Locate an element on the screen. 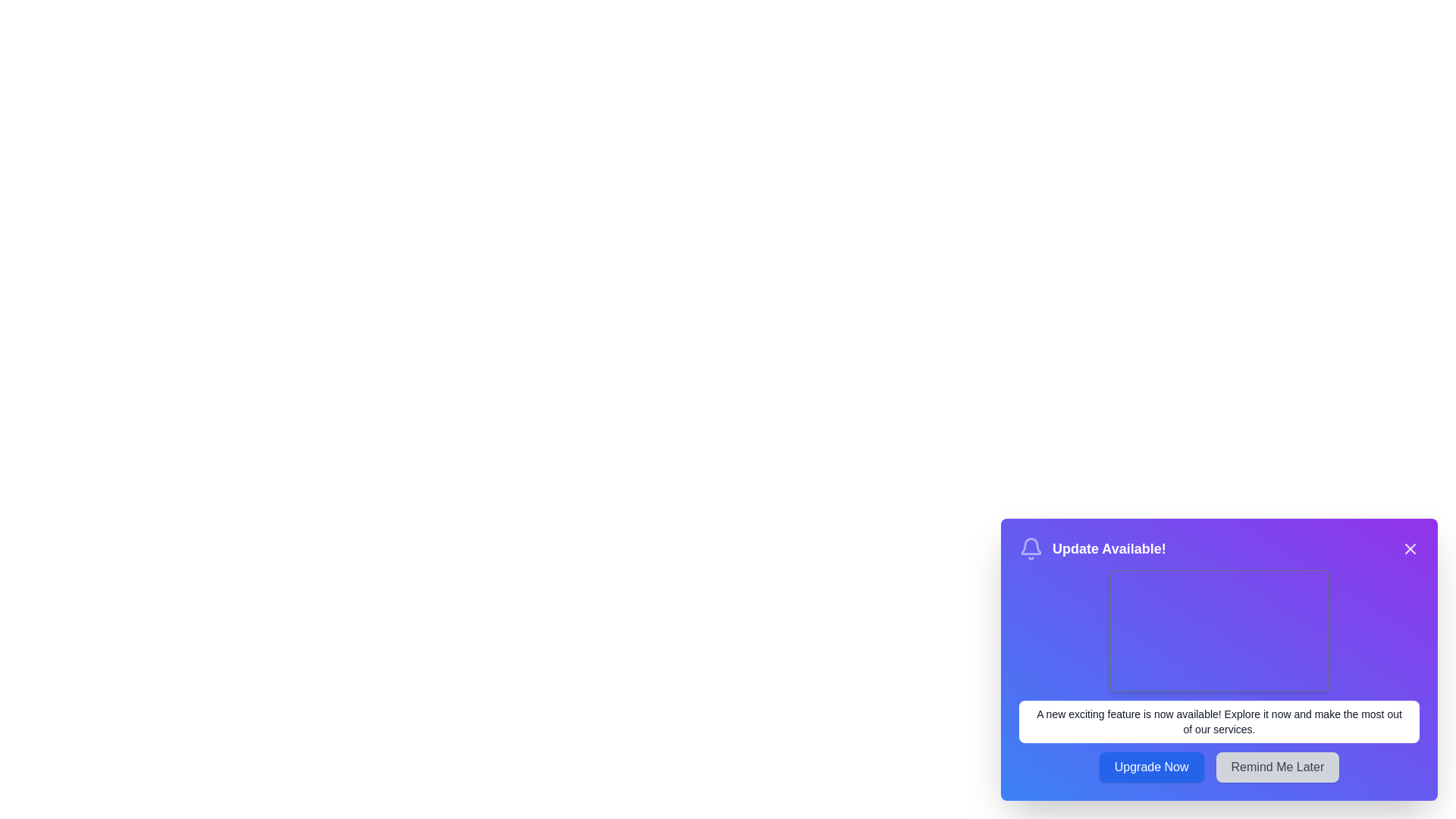  the button Remind Me Later to observe its hover effect is located at coordinates (1276, 767).